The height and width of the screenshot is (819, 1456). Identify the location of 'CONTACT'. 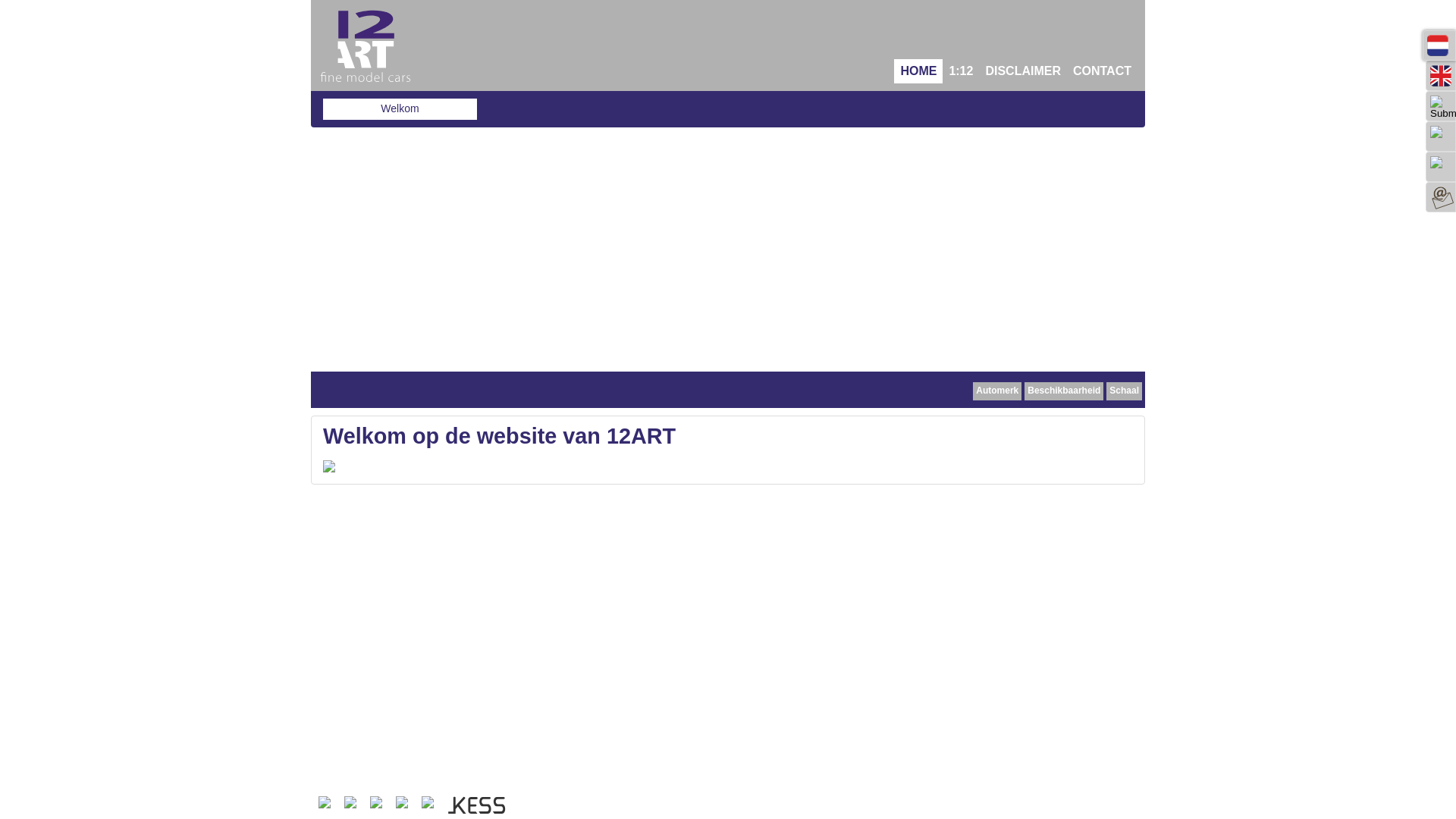
(1102, 71).